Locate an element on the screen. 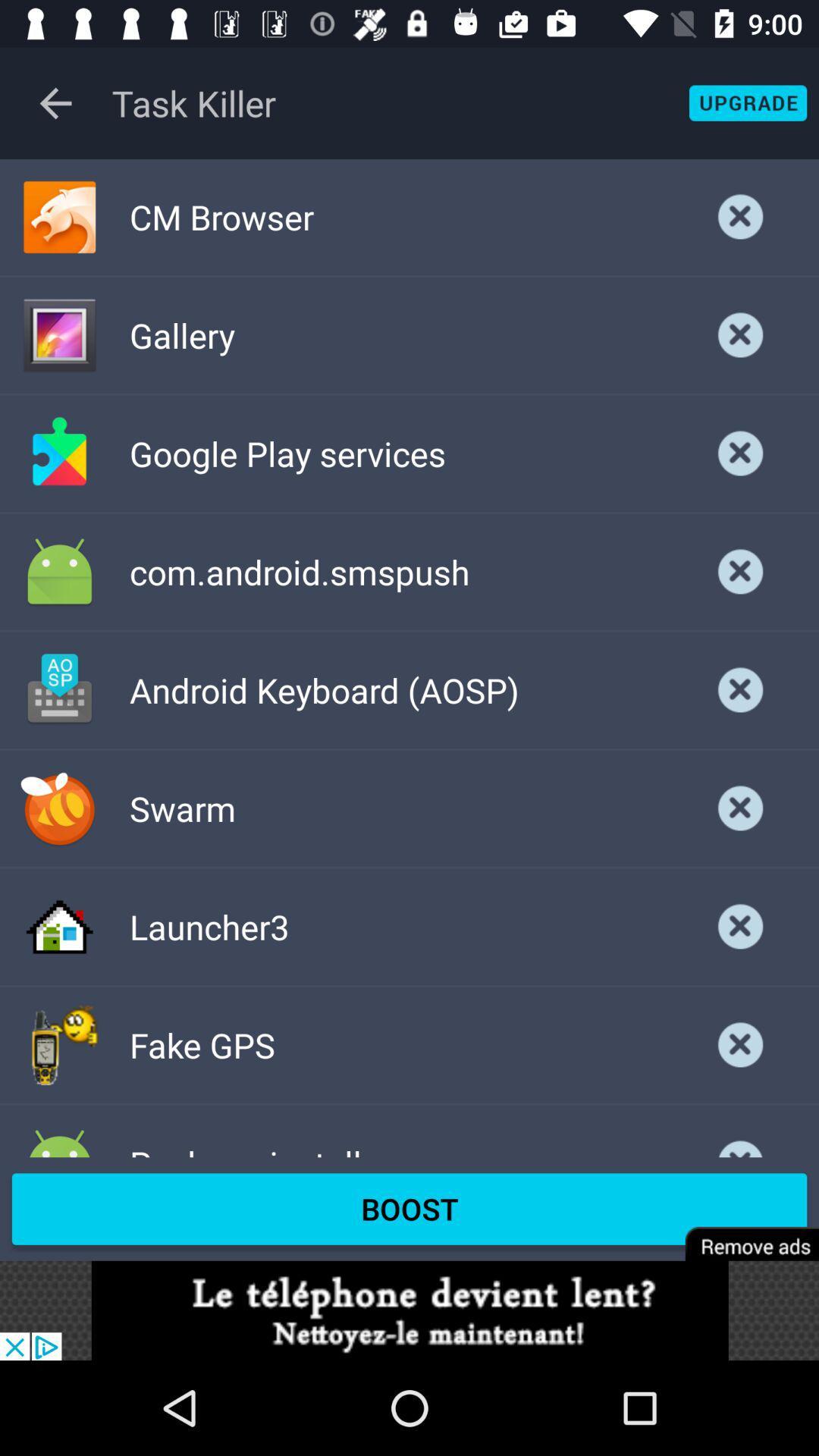 The image size is (819, 1456). upgrade application is located at coordinates (747, 102).